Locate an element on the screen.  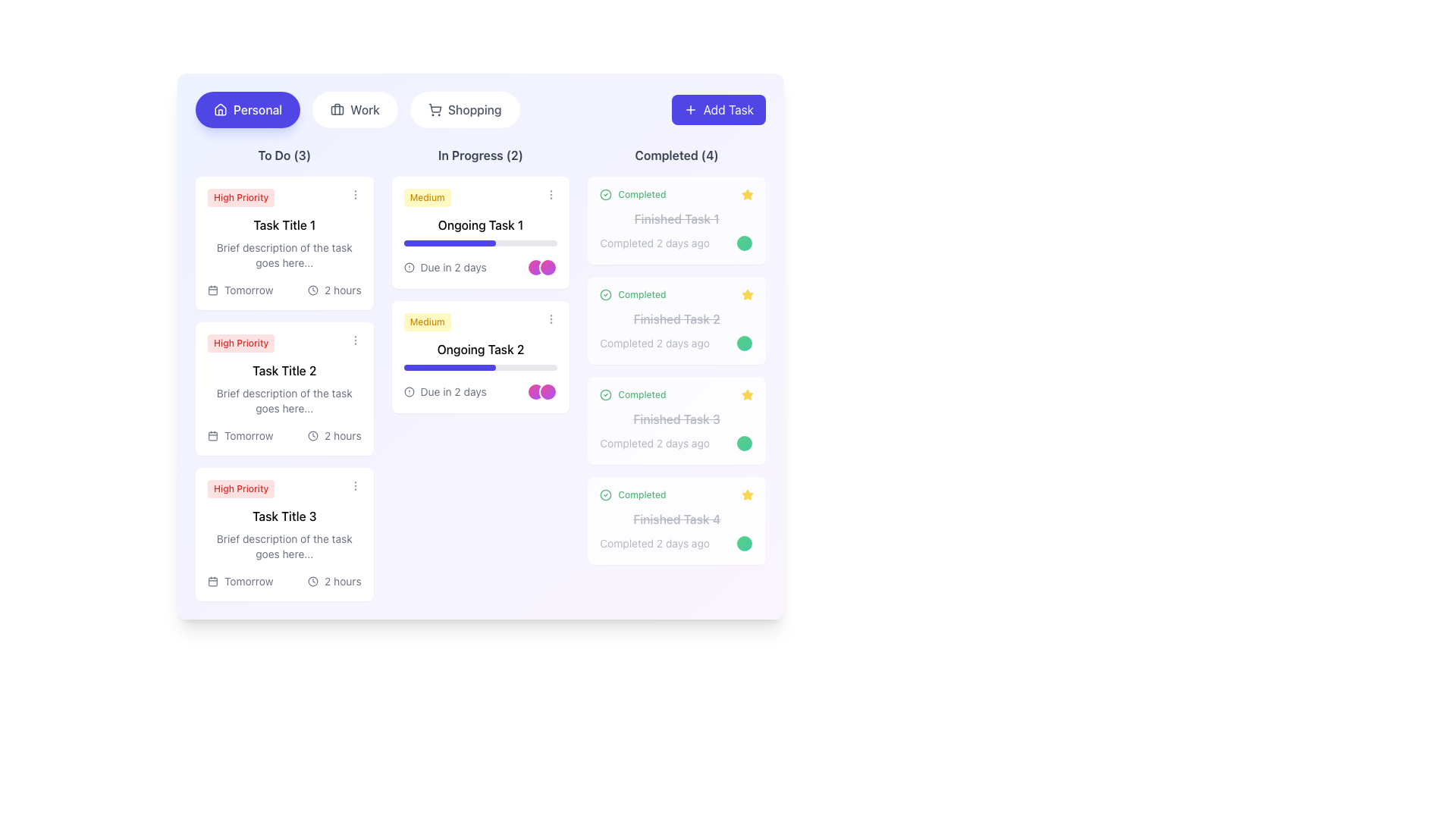
the label displaying 'Due in 2 days' with a gray font color and a small alert icon on its left, located underneath the 'Ongoing Task 2' card in the 'In Progress' column is located at coordinates (444, 391).